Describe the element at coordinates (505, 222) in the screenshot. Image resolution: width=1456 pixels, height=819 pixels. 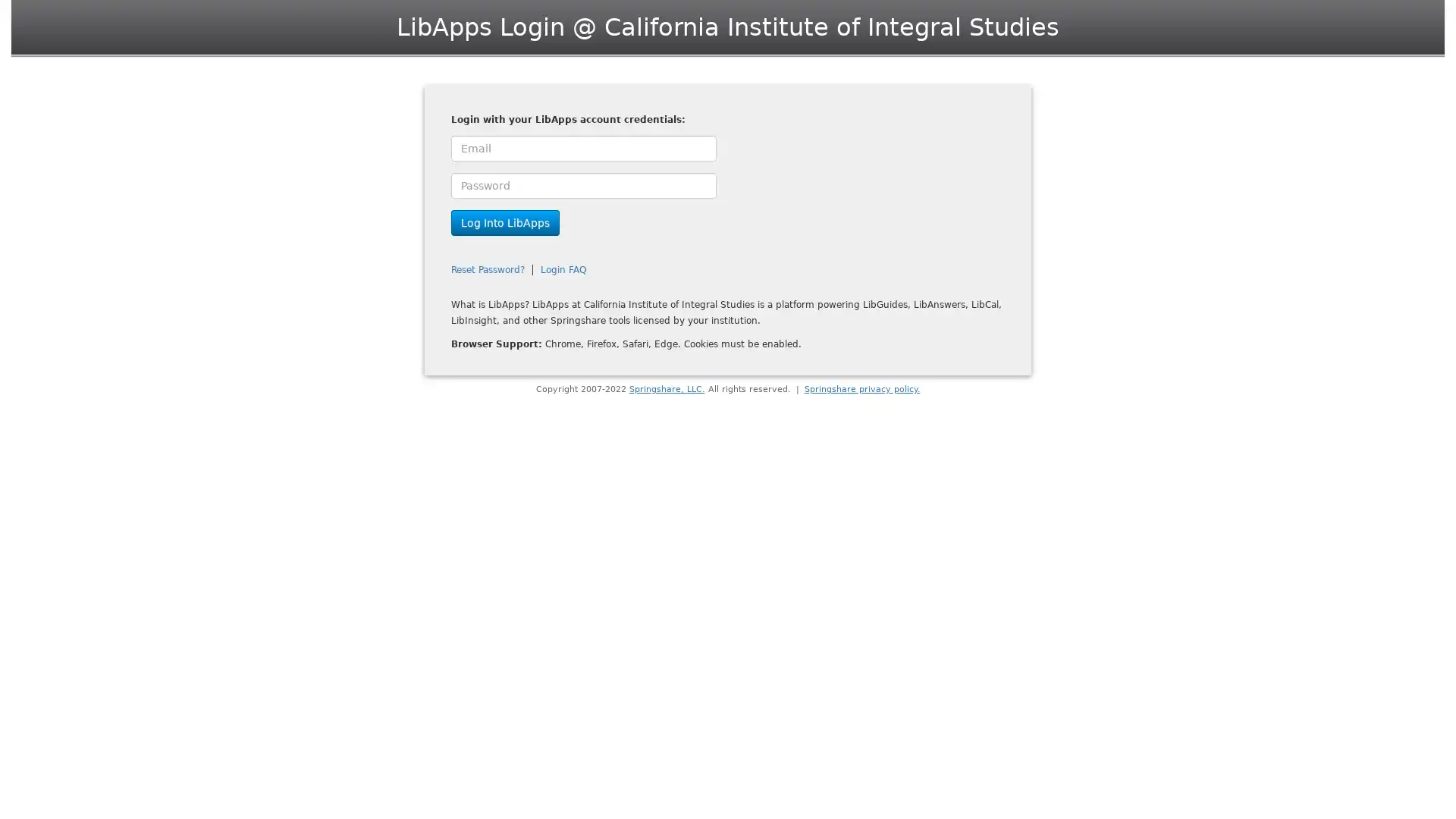
I see `Log Into LibApps` at that location.